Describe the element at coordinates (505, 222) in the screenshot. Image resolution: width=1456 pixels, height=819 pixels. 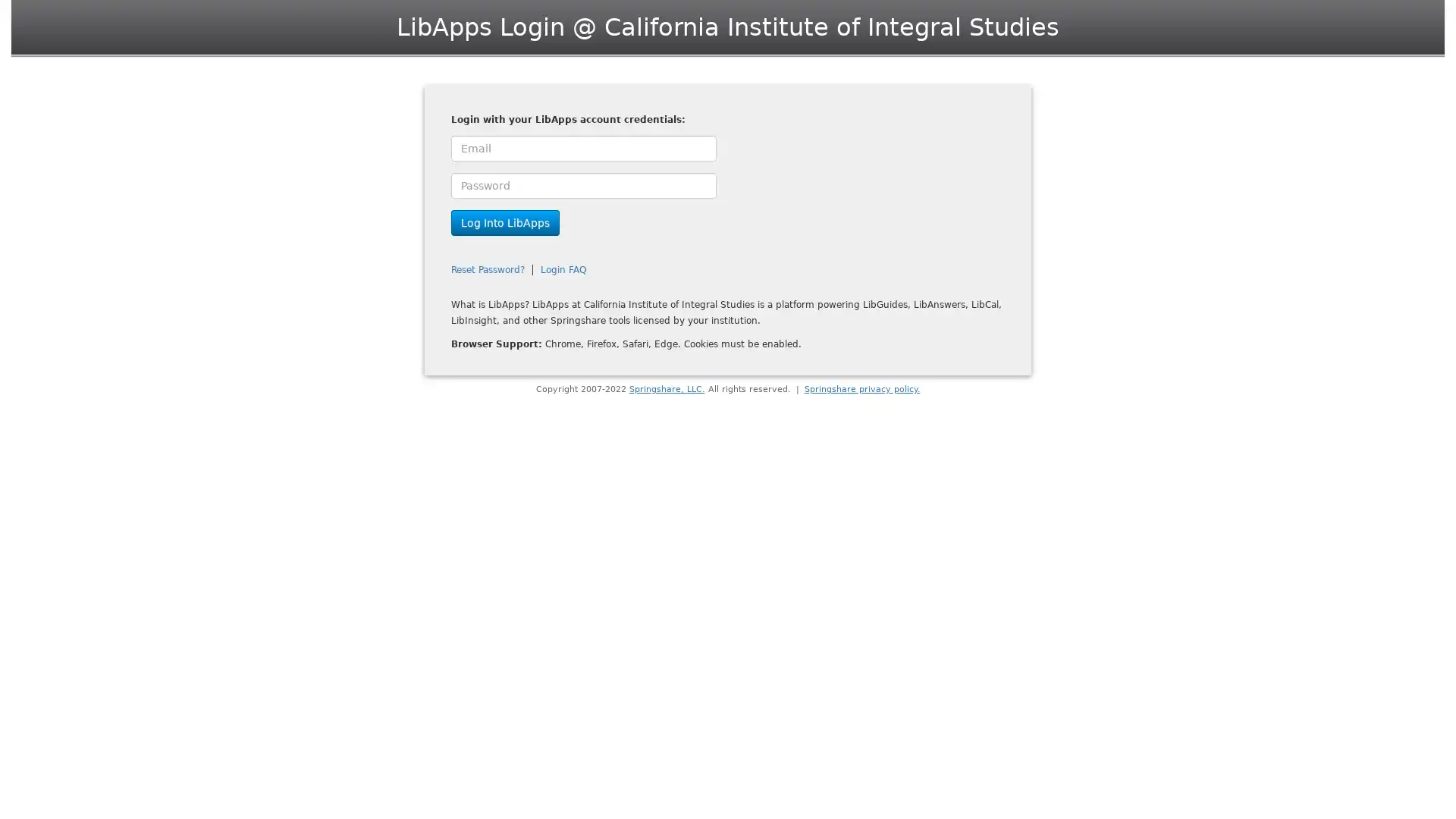
I see `Log Into LibApps` at that location.